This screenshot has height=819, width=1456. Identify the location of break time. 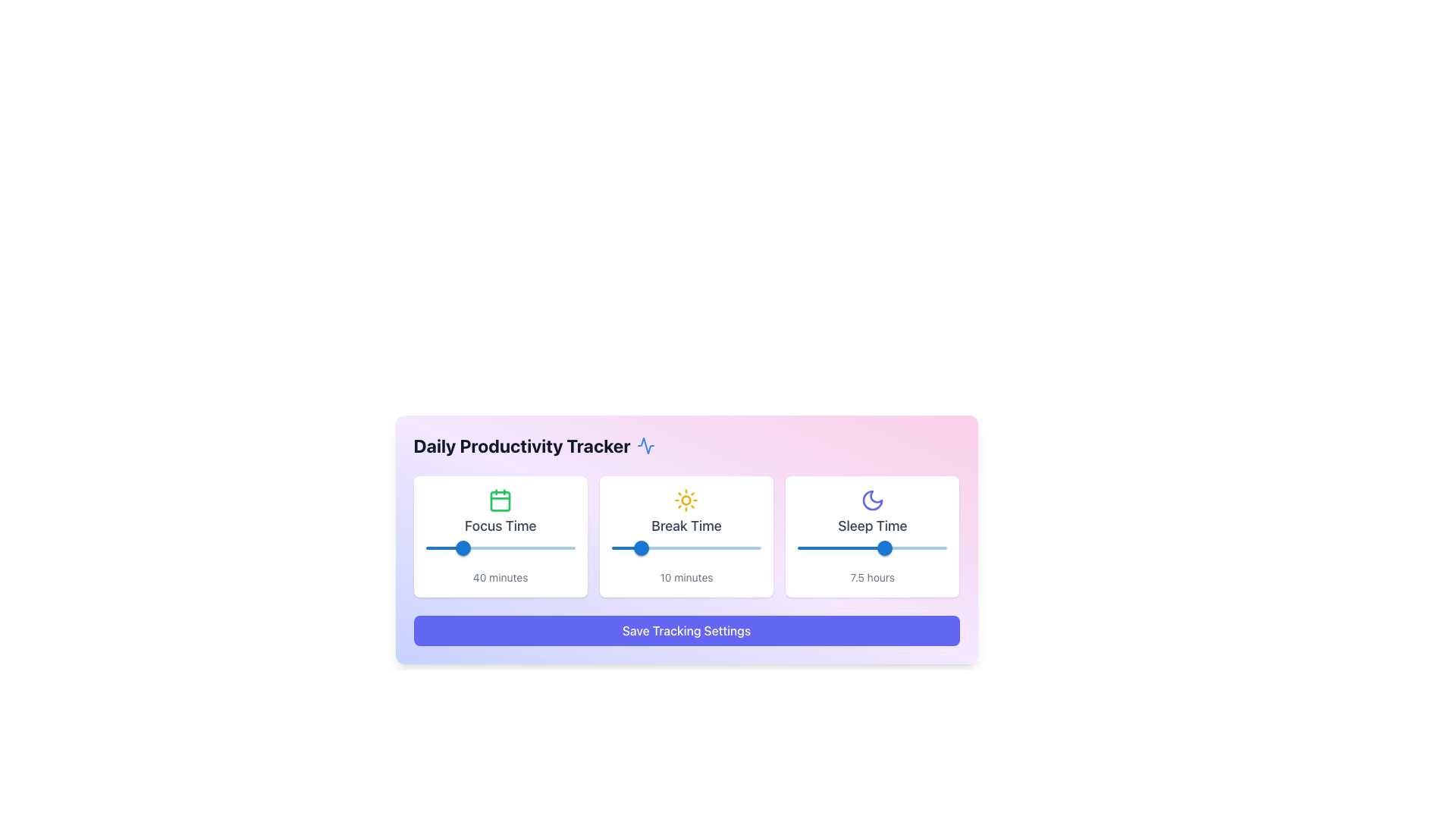
(750, 548).